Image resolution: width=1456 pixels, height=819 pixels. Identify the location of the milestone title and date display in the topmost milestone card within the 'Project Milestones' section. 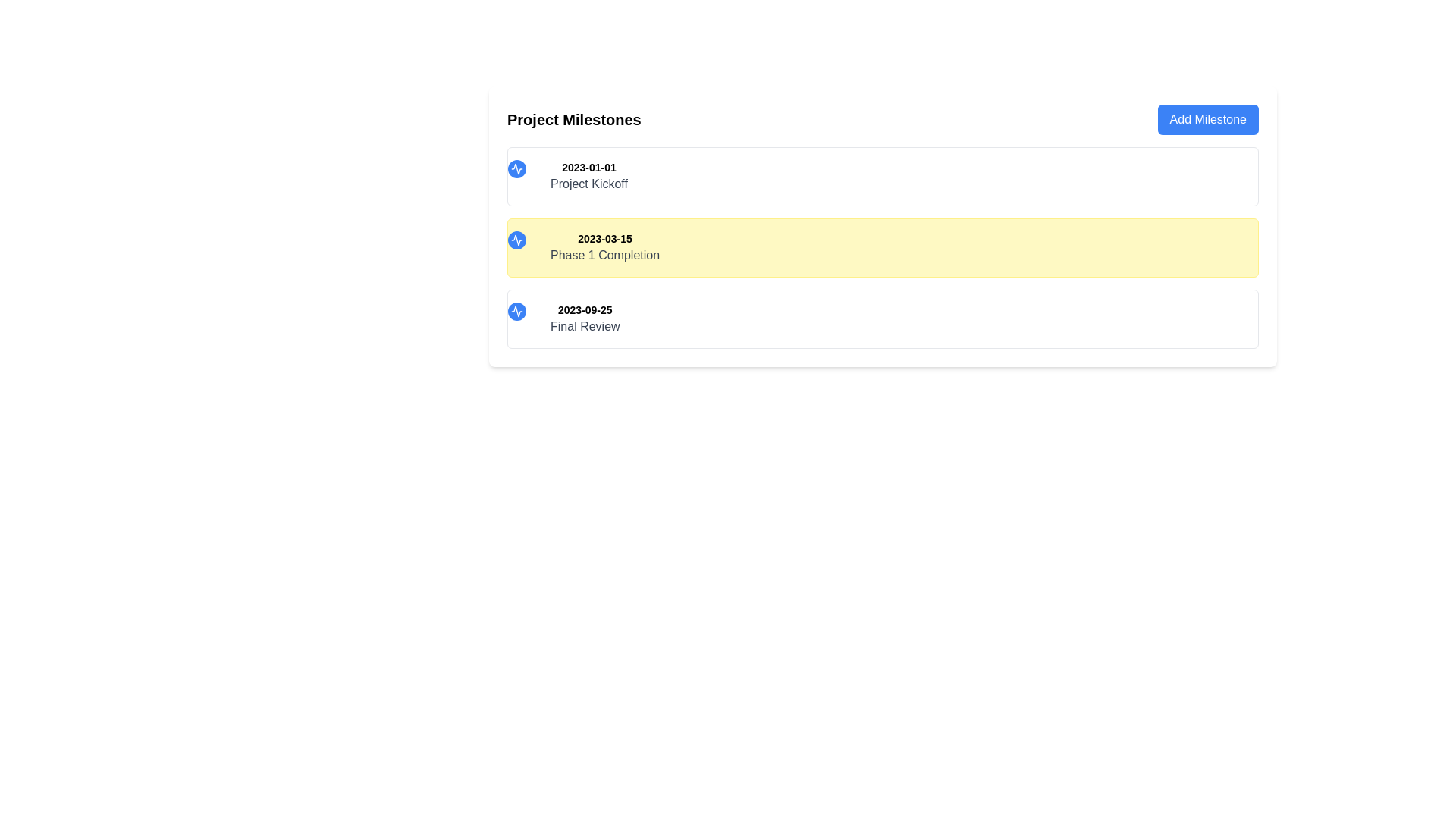
(588, 175).